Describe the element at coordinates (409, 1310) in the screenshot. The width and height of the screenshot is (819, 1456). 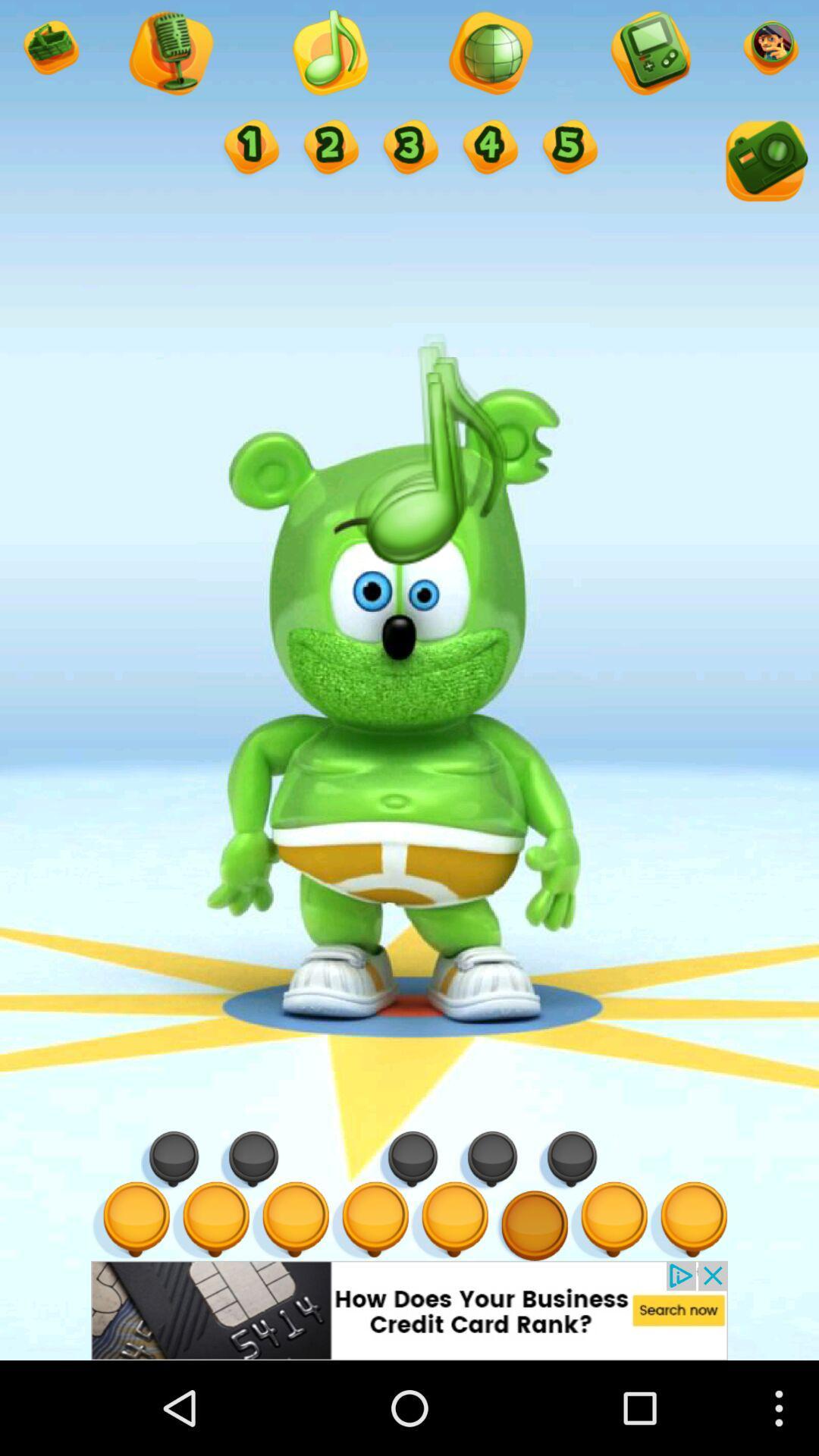
I see `click the advertisements options` at that location.